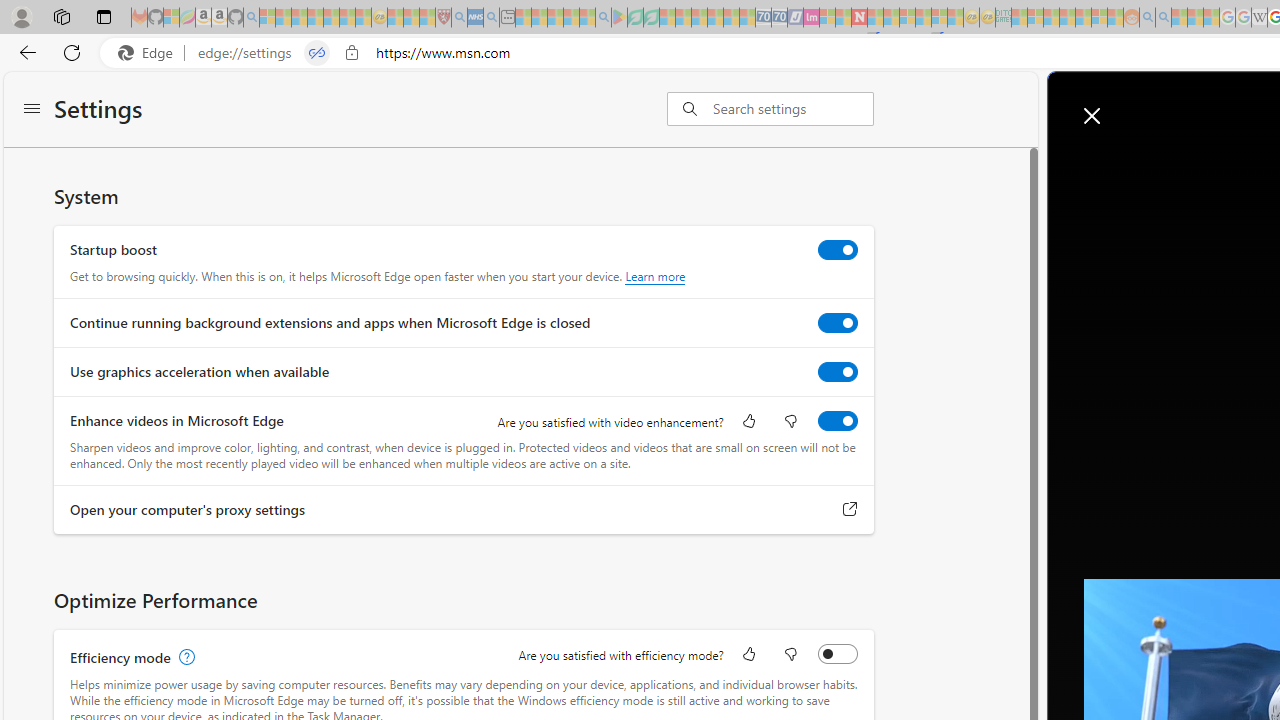 The image size is (1280, 720). Describe the element at coordinates (1258, 17) in the screenshot. I see `'Target page - Wikipedia - Sleeping'` at that location.